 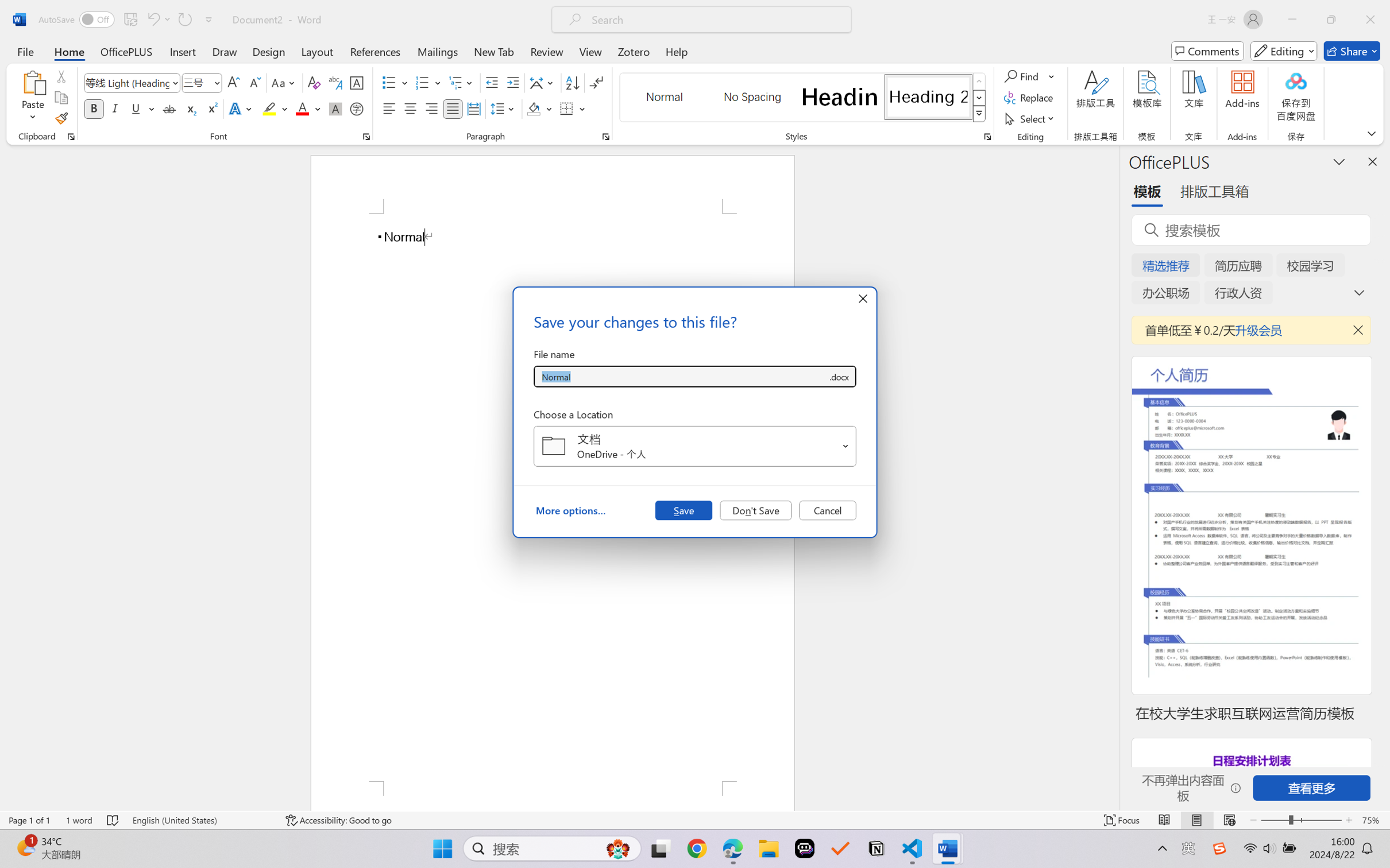 What do you see at coordinates (135, 108) in the screenshot?
I see `'Underline'` at bounding box center [135, 108].